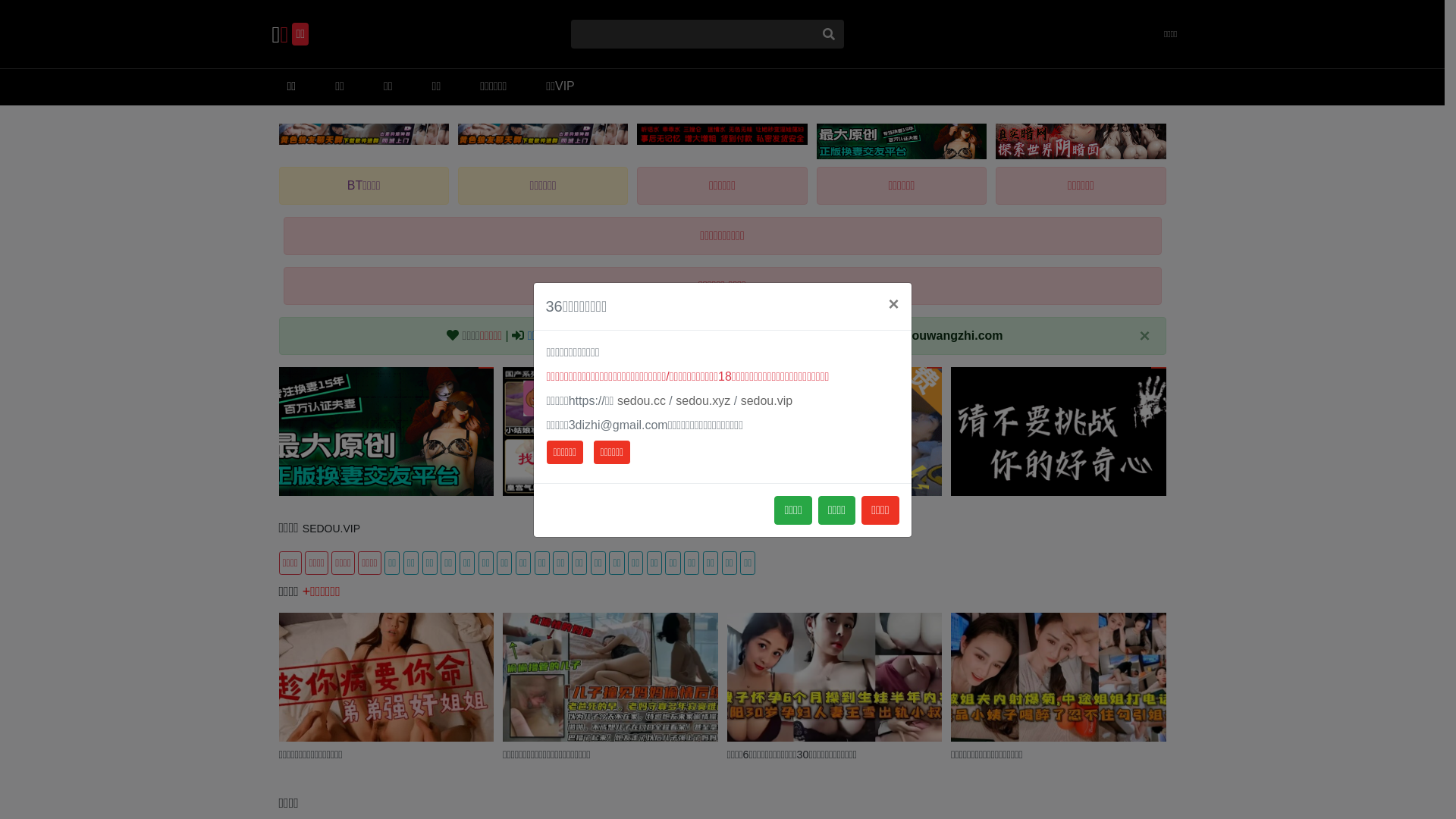 The height and width of the screenshot is (819, 1456). Describe the element at coordinates (701, 400) in the screenshot. I see `'sedou.xyz'` at that location.